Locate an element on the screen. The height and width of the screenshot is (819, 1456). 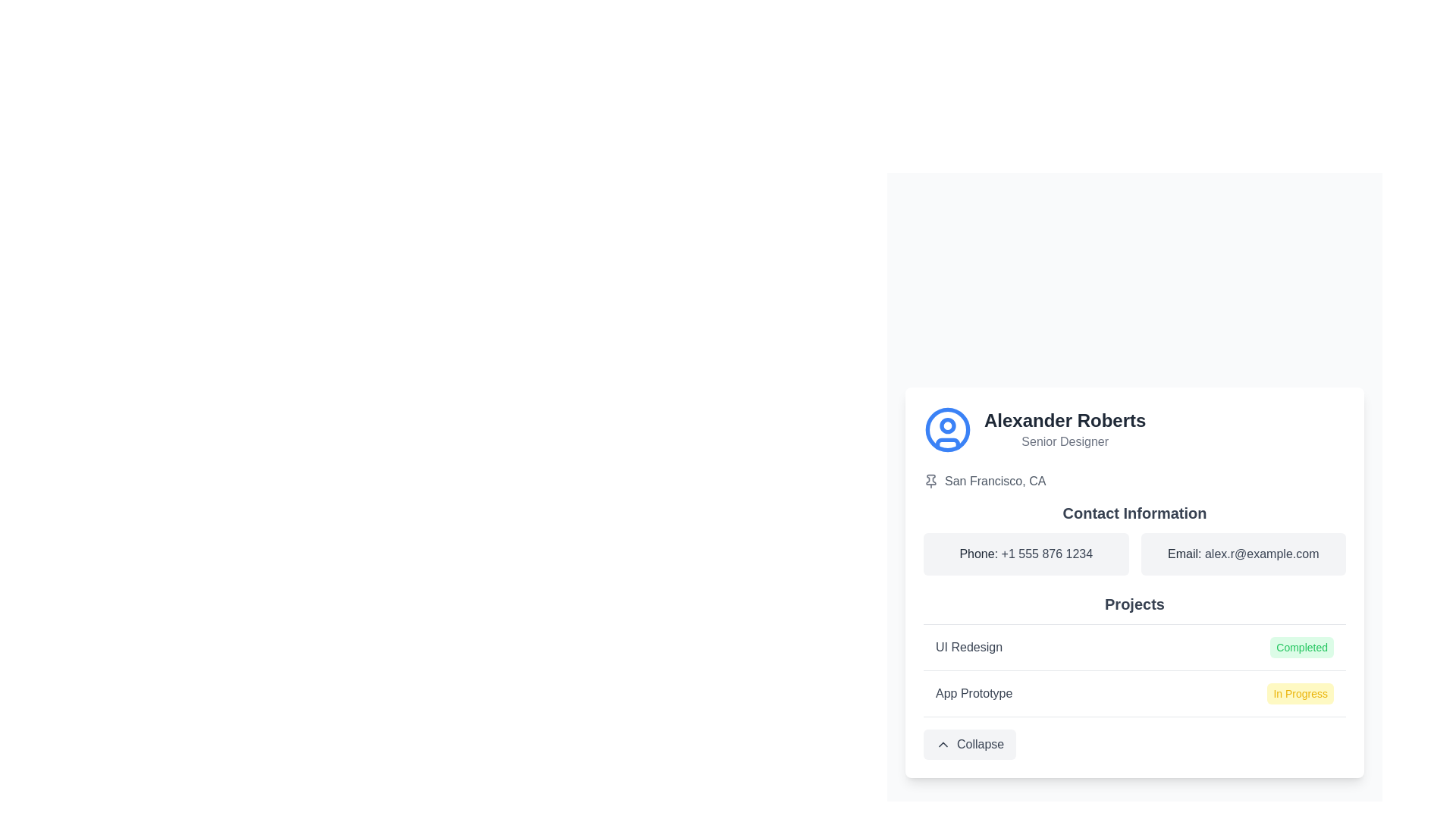
the header text displaying the individual's name, which is centered above the 'Senior Designer' text and aligned with the avatar image is located at coordinates (1064, 420).